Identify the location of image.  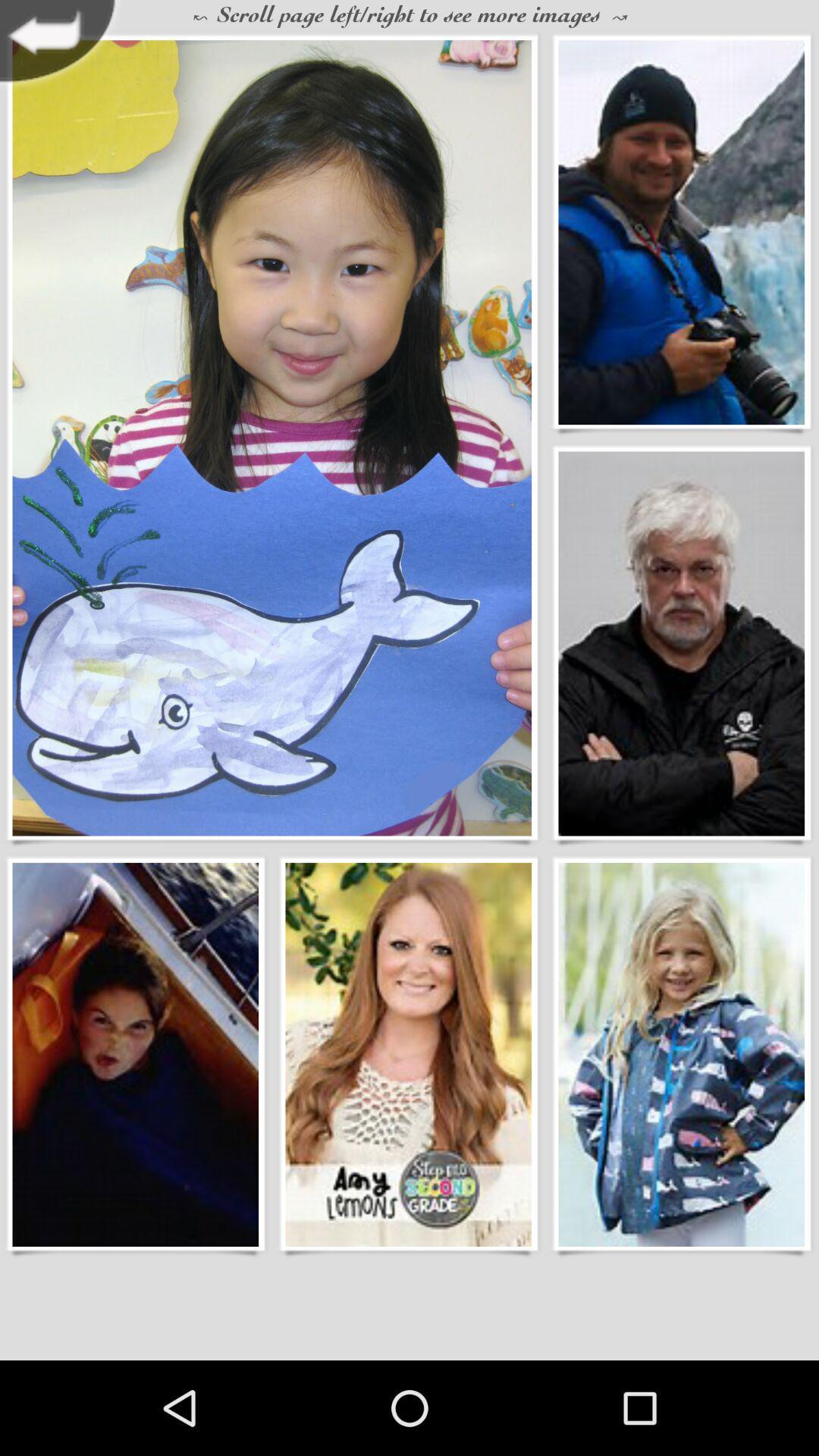
(271, 437).